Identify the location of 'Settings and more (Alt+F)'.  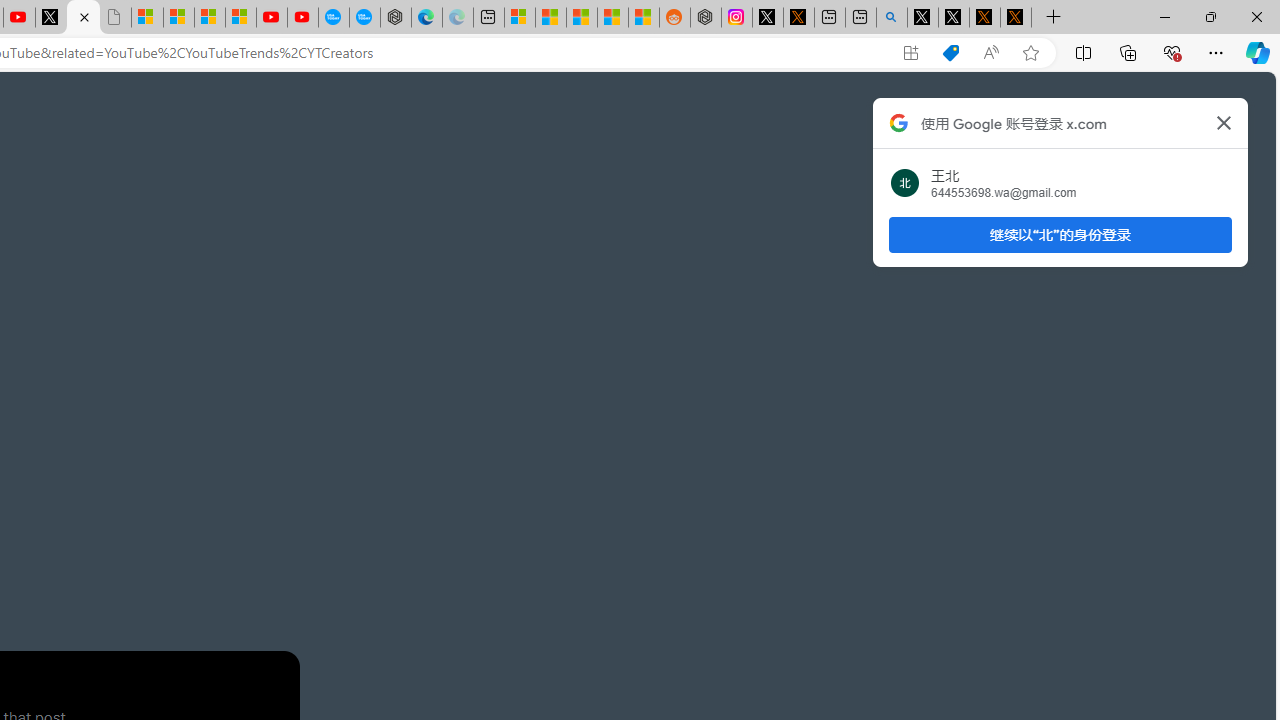
(1215, 51).